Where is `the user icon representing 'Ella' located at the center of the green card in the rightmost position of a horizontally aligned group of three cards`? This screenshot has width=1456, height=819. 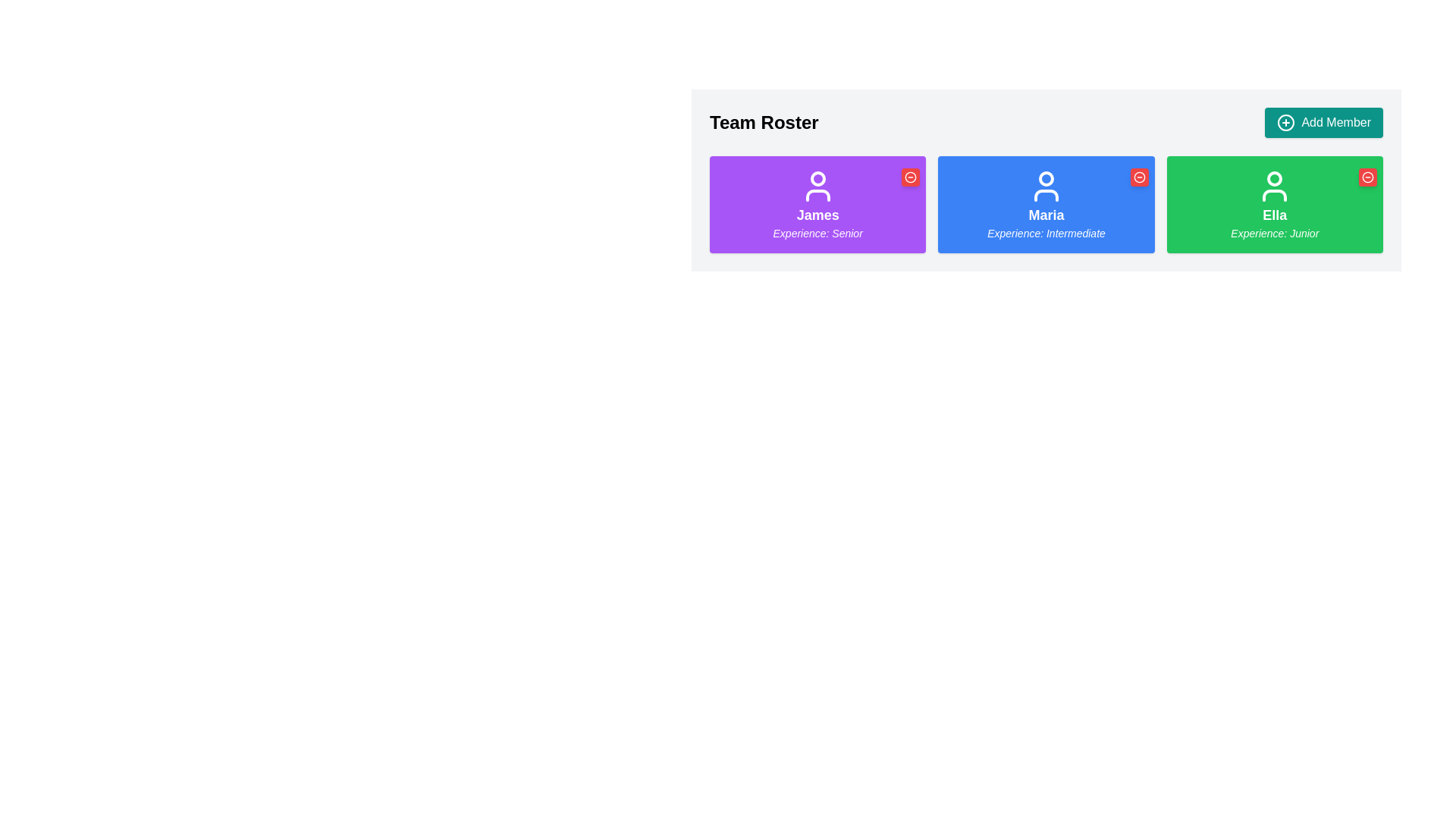
the user icon representing 'Ella' located at the center of the green card in the rightmost position of a horizontally aligned group of three cards is located at coordinates (1274, 186).